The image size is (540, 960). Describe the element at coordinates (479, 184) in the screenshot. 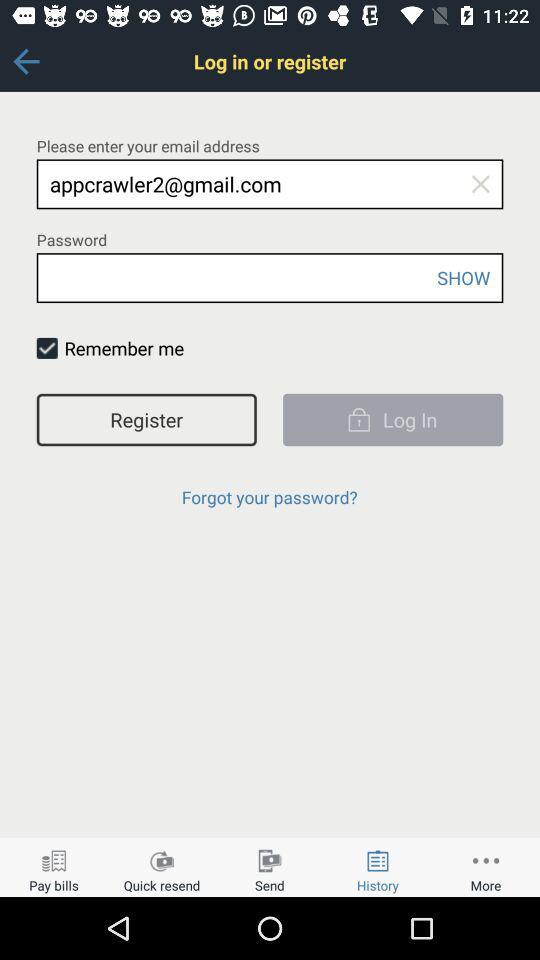

I see `the close icon` at that location.